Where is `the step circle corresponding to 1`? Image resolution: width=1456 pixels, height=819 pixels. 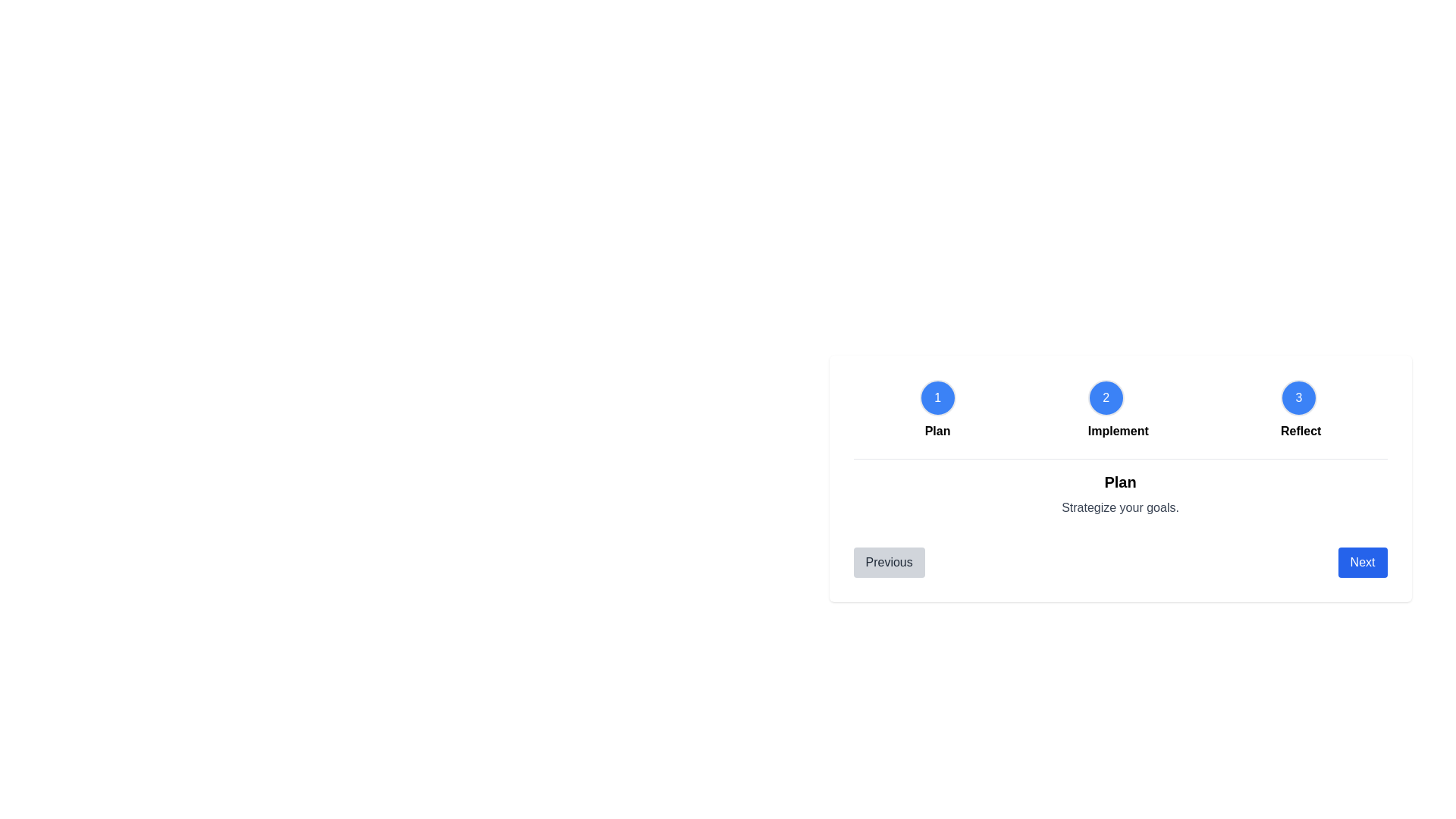 the step circle corresponding to 1 is located at coordinates (937, 397).